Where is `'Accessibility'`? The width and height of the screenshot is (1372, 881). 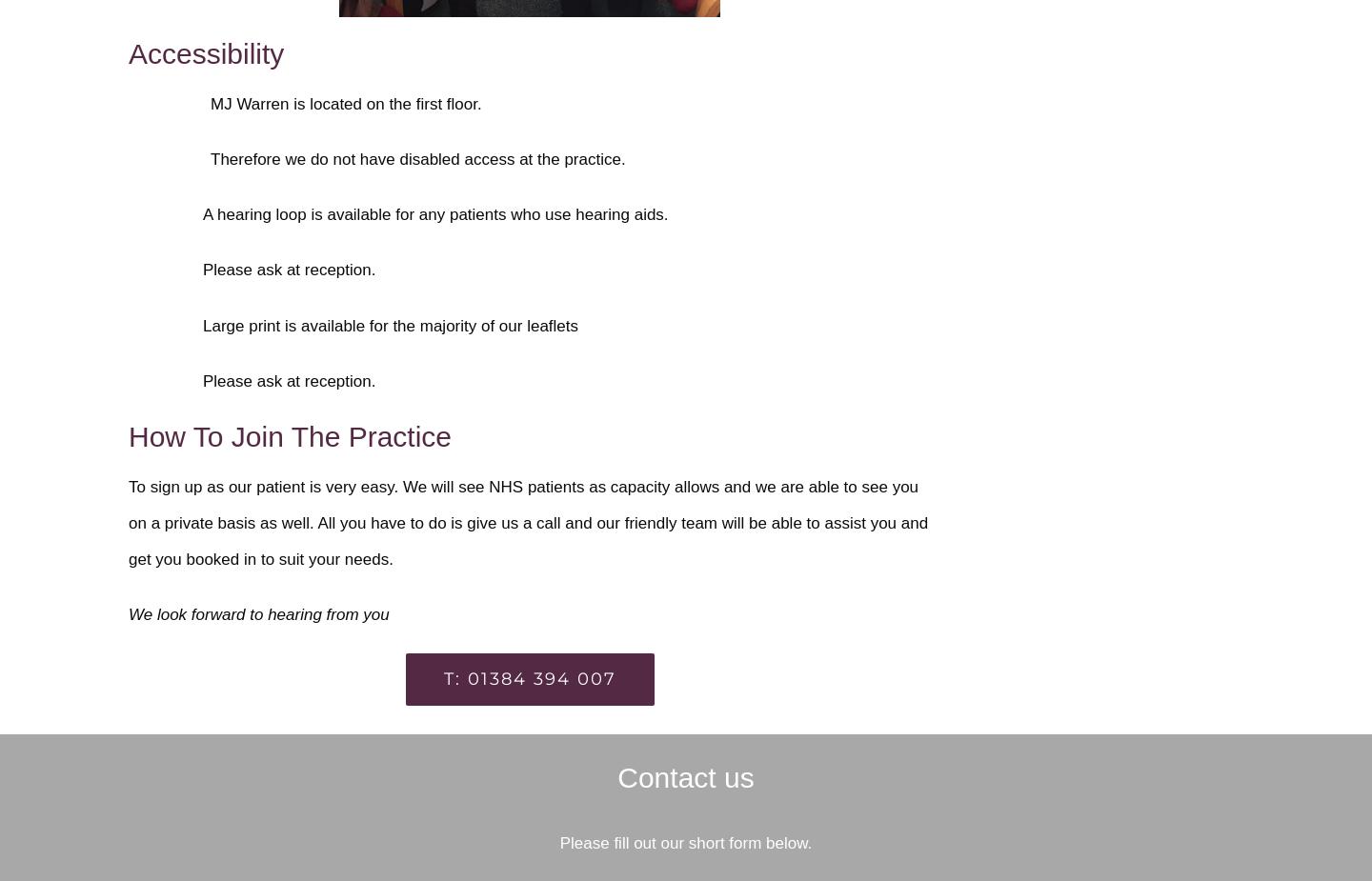 'Accessibility' is located at coordinates (206, 52).